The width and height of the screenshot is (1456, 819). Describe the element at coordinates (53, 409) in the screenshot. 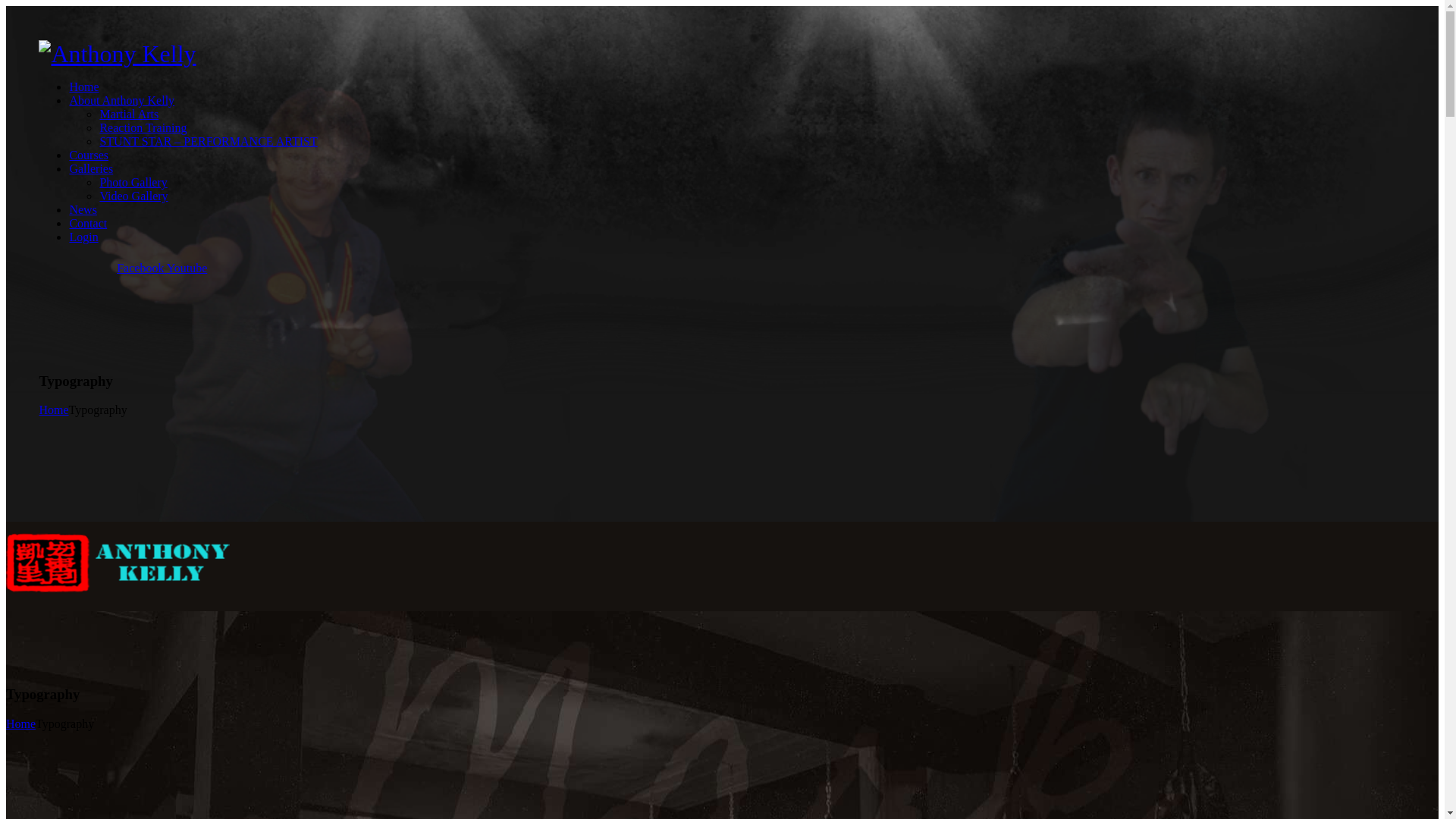

I see `'Home'` at that location.